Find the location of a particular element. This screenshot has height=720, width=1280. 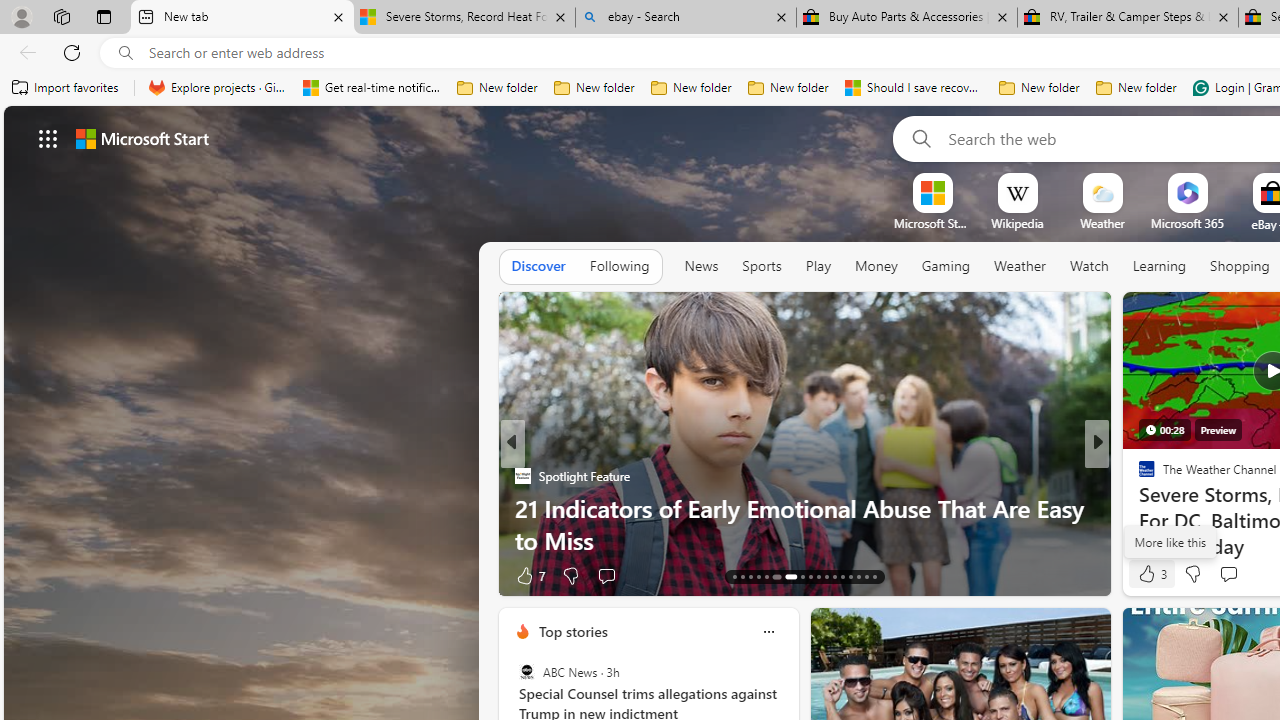

'AutomationID: tab-20' is located at coordinates (801, 577).